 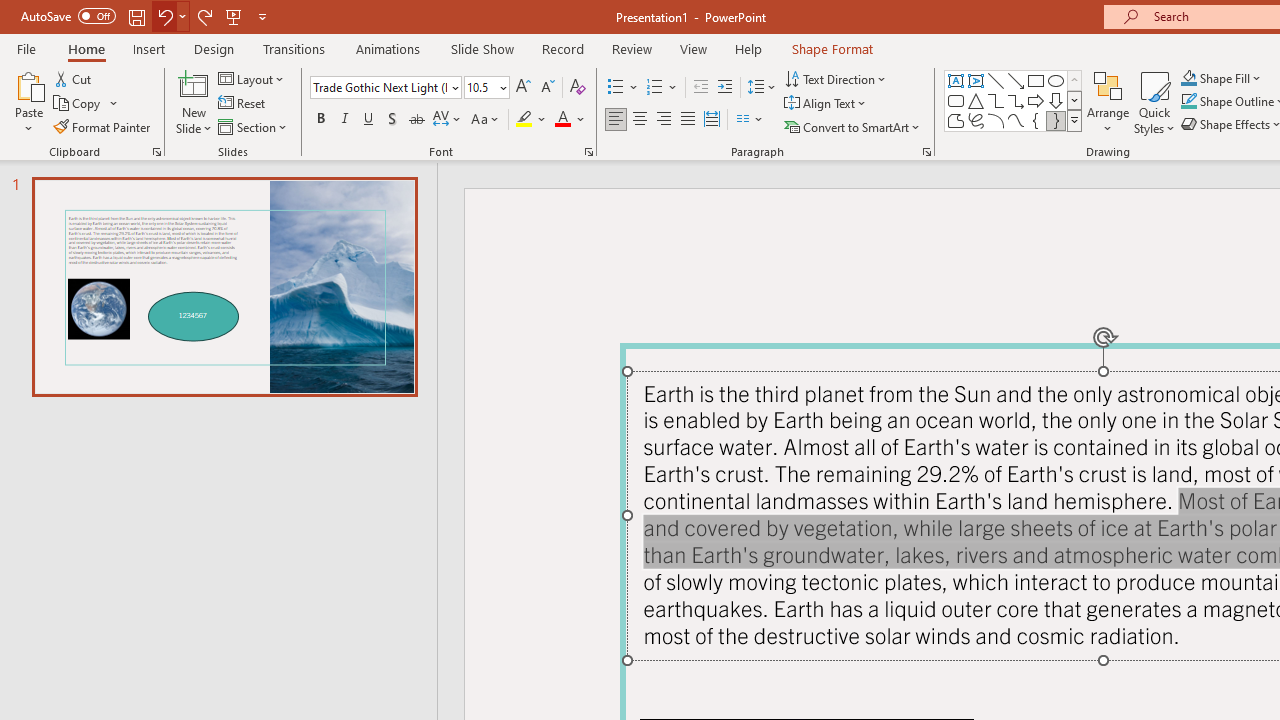 I want to click on 'Layout', so click(x=251, y=78).